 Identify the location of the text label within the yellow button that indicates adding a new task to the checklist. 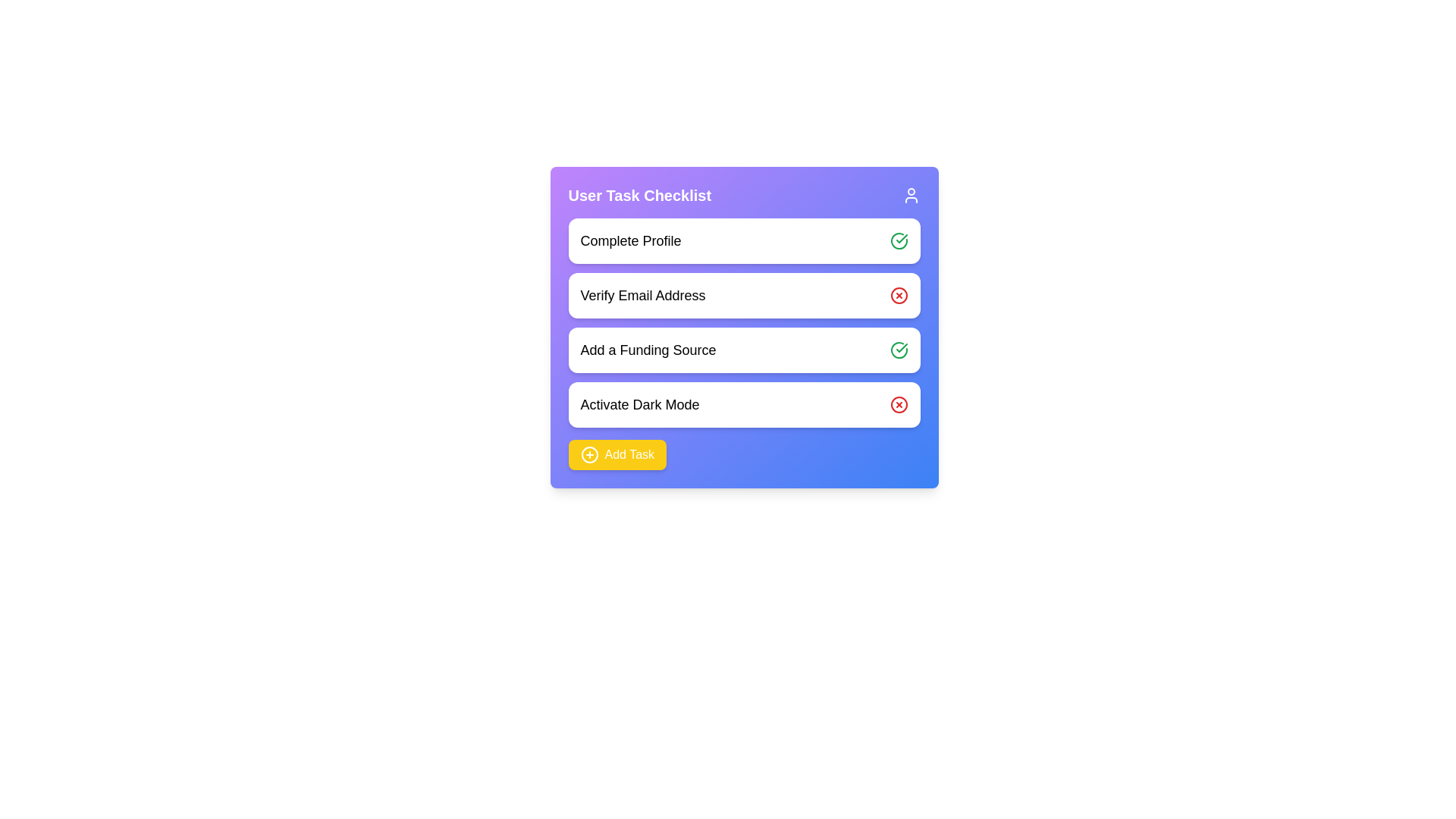
(629, 454).